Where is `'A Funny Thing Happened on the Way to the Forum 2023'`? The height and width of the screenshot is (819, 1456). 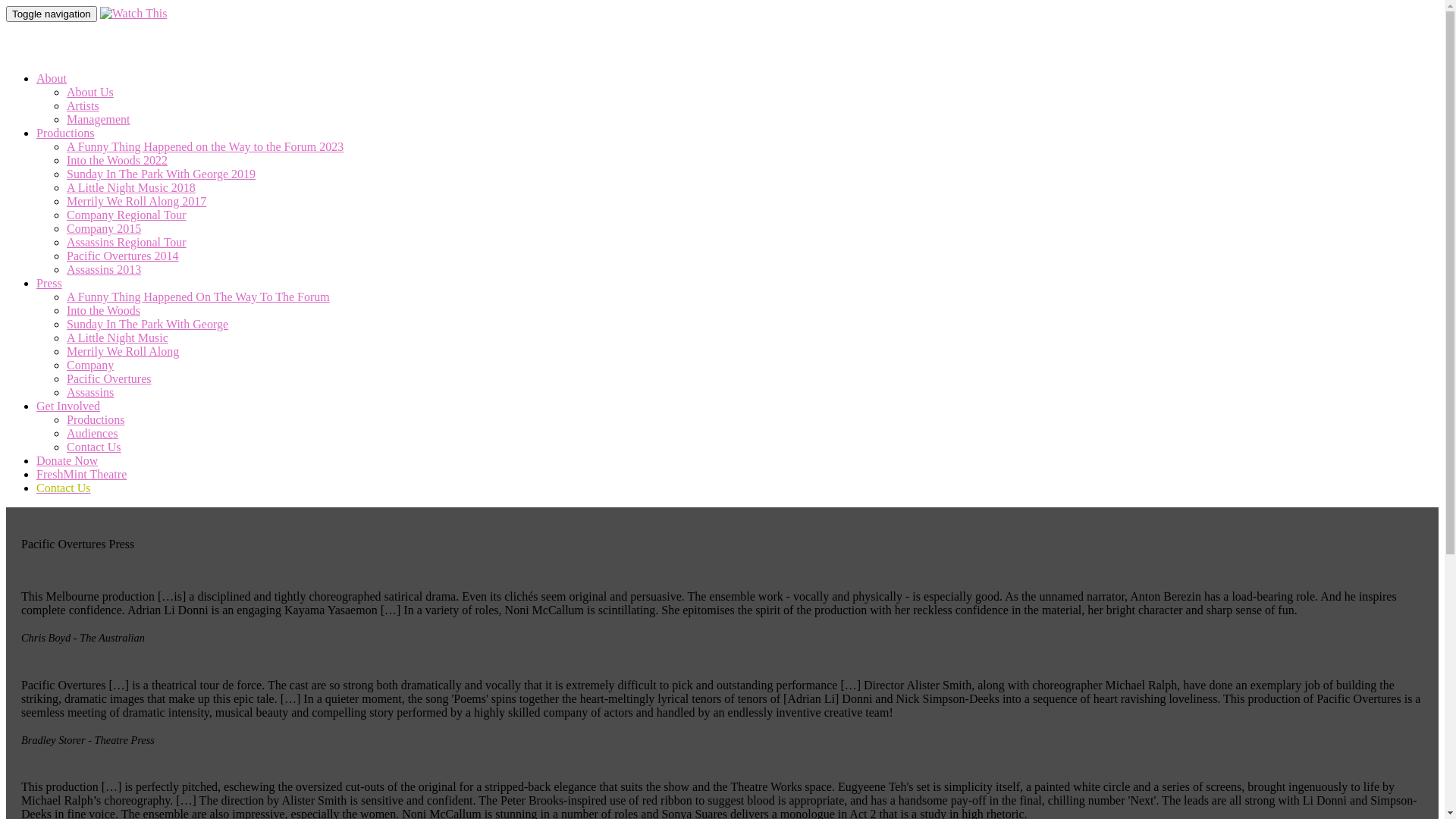
'A Funny Thing Happened on the Way to the Forum 2023' is located at coordinates (204, 146).